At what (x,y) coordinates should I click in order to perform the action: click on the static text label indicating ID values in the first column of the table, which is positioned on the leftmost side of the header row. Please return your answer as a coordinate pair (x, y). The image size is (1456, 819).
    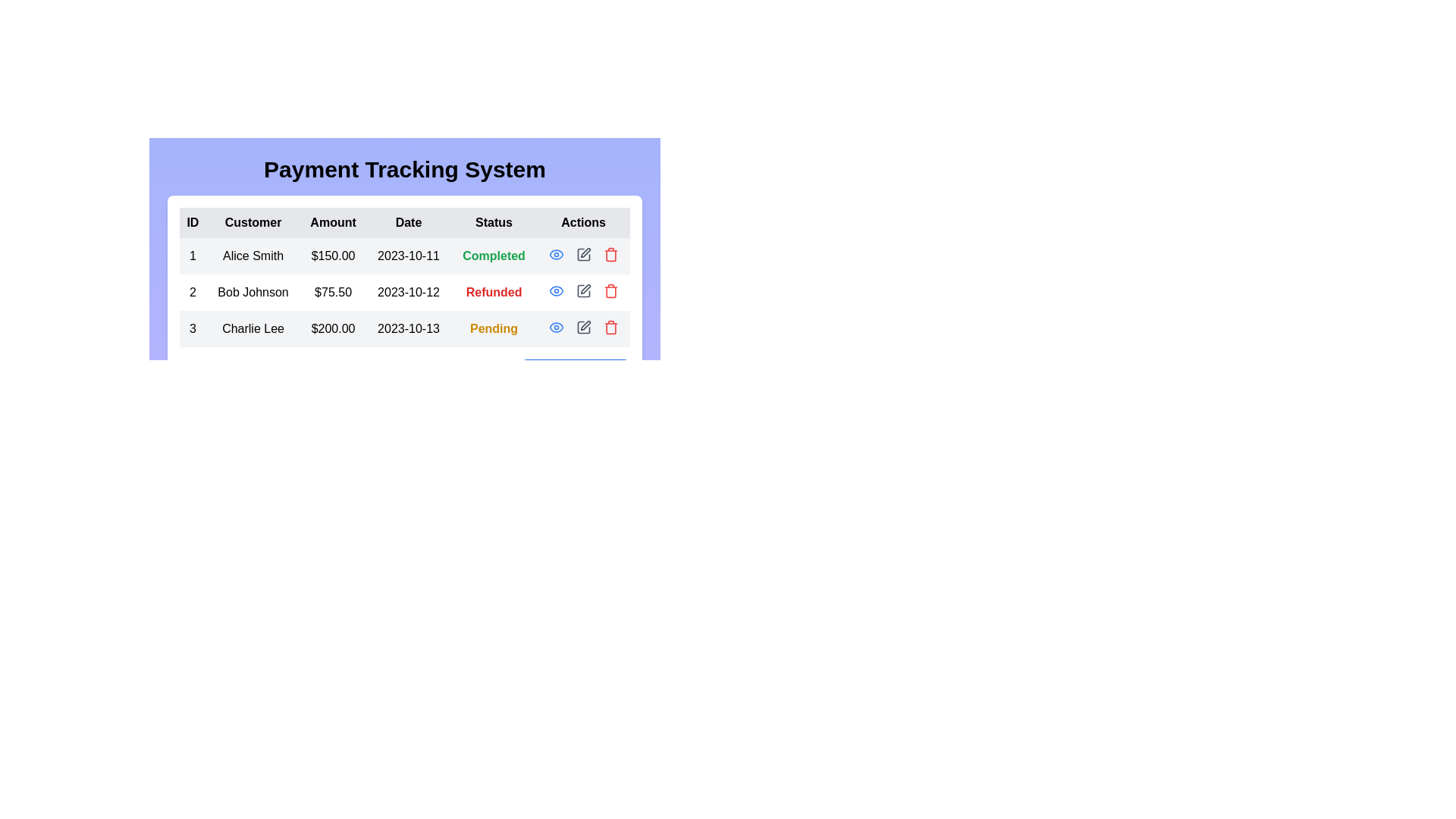
    Looking at the image, I should click on (192, 222).